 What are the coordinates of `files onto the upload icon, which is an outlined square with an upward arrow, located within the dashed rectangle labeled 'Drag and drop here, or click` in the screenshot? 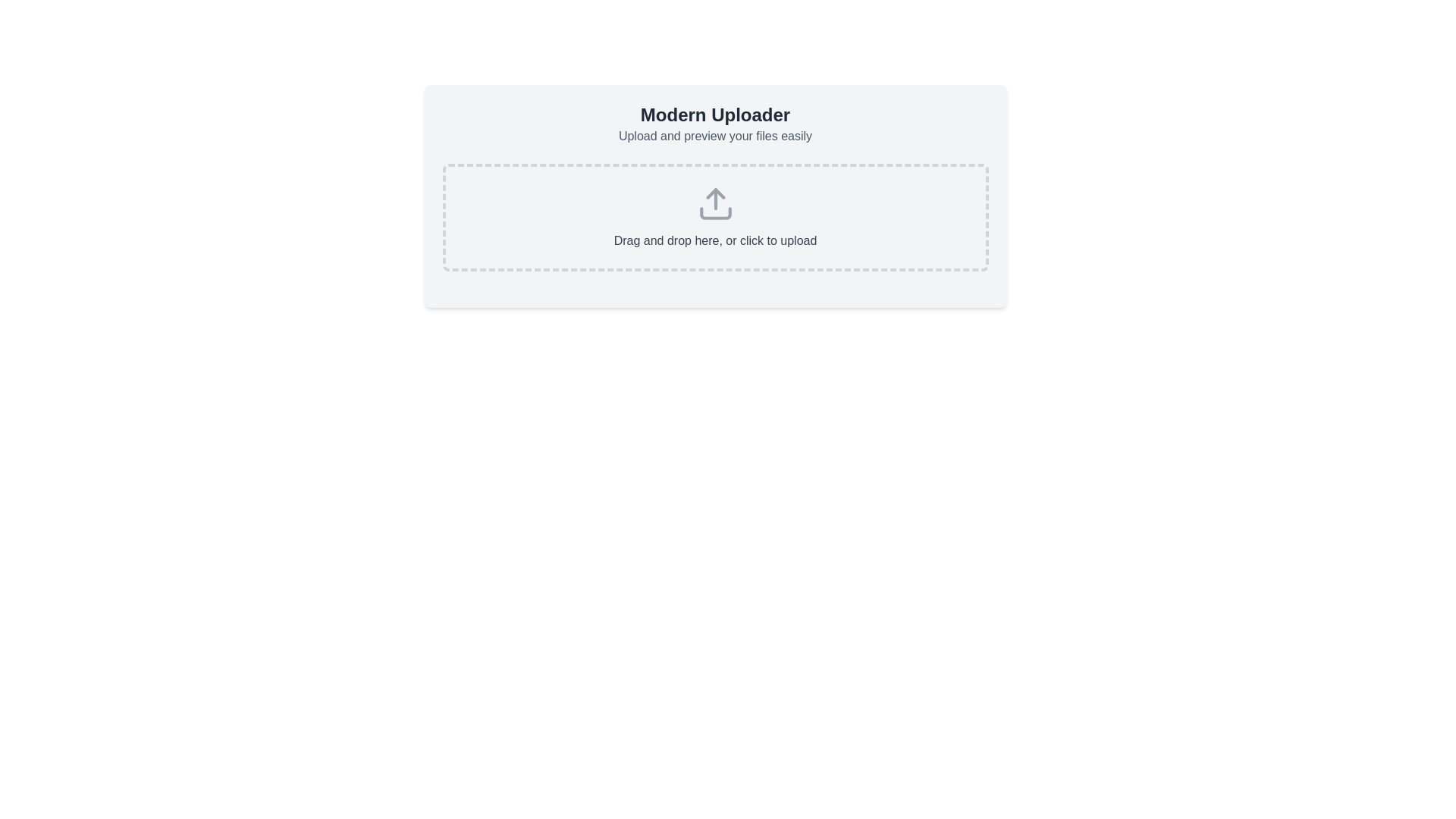 It's located at (714, 203).